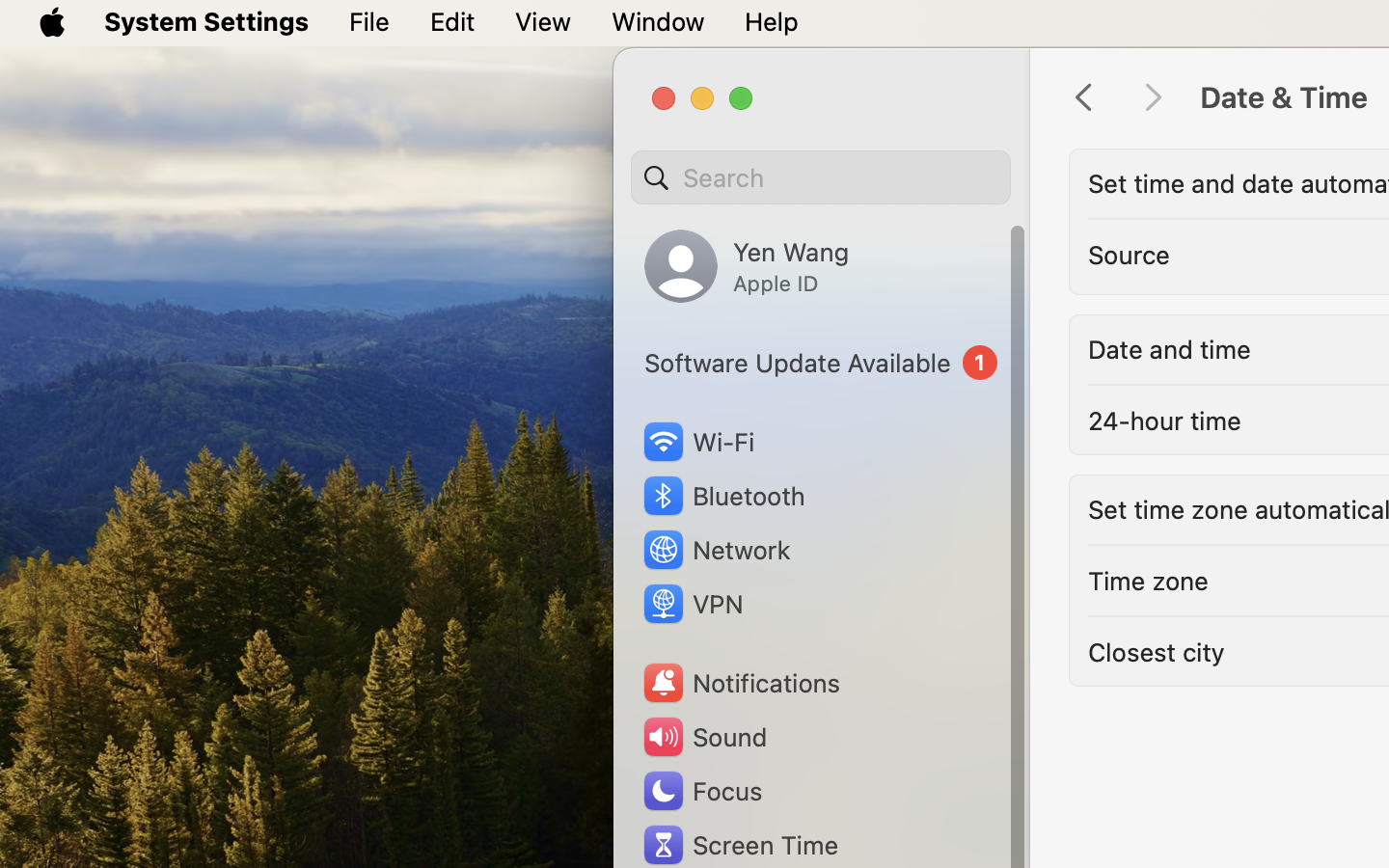  Describe the element at coordinates (738, 844) in the screenshot. I see `'Screen Time'` at that location.